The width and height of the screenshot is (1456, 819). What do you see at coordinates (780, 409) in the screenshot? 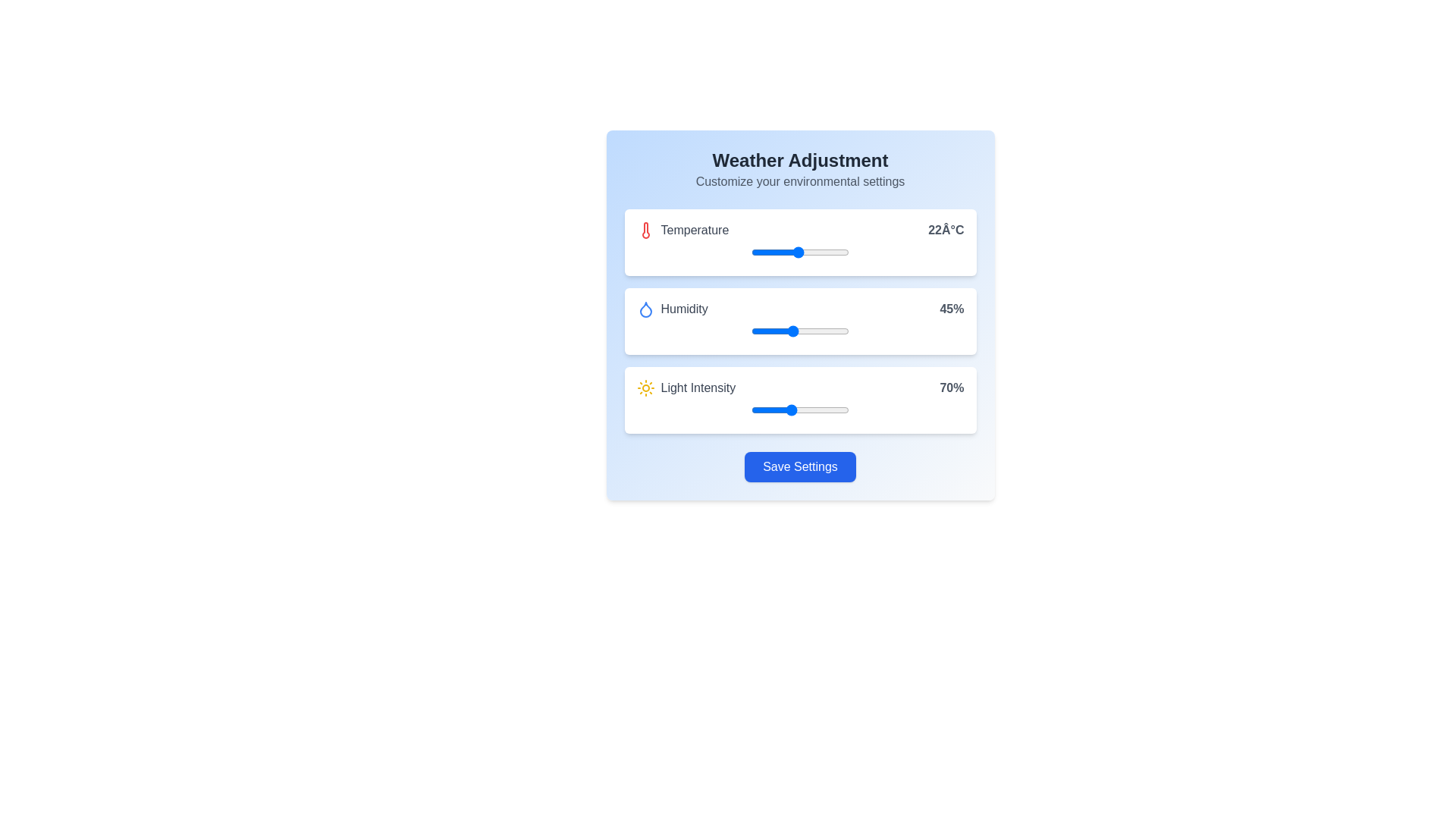
I see `the light intensity` at bounding box center [780, 409].